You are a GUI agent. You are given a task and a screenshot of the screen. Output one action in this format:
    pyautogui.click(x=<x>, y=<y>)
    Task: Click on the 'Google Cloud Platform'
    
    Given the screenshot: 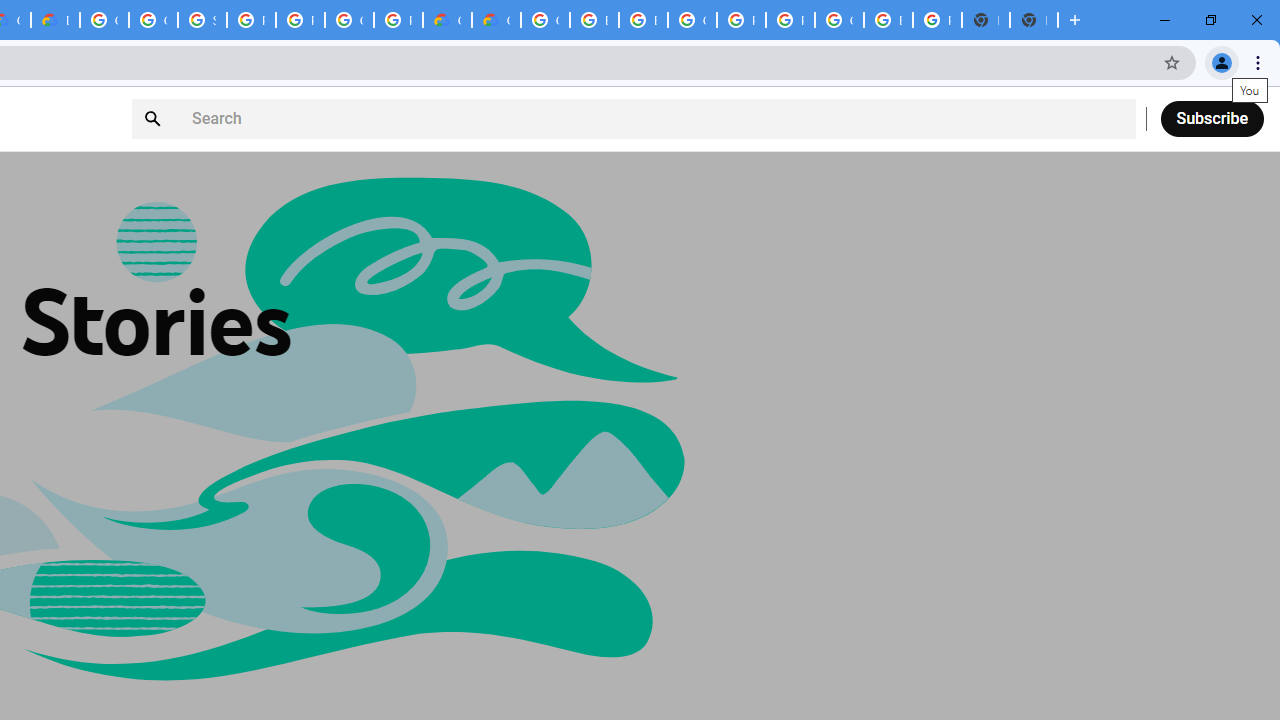 What is the action you would take?
    pyautogui.click(x=545, y=20)
    